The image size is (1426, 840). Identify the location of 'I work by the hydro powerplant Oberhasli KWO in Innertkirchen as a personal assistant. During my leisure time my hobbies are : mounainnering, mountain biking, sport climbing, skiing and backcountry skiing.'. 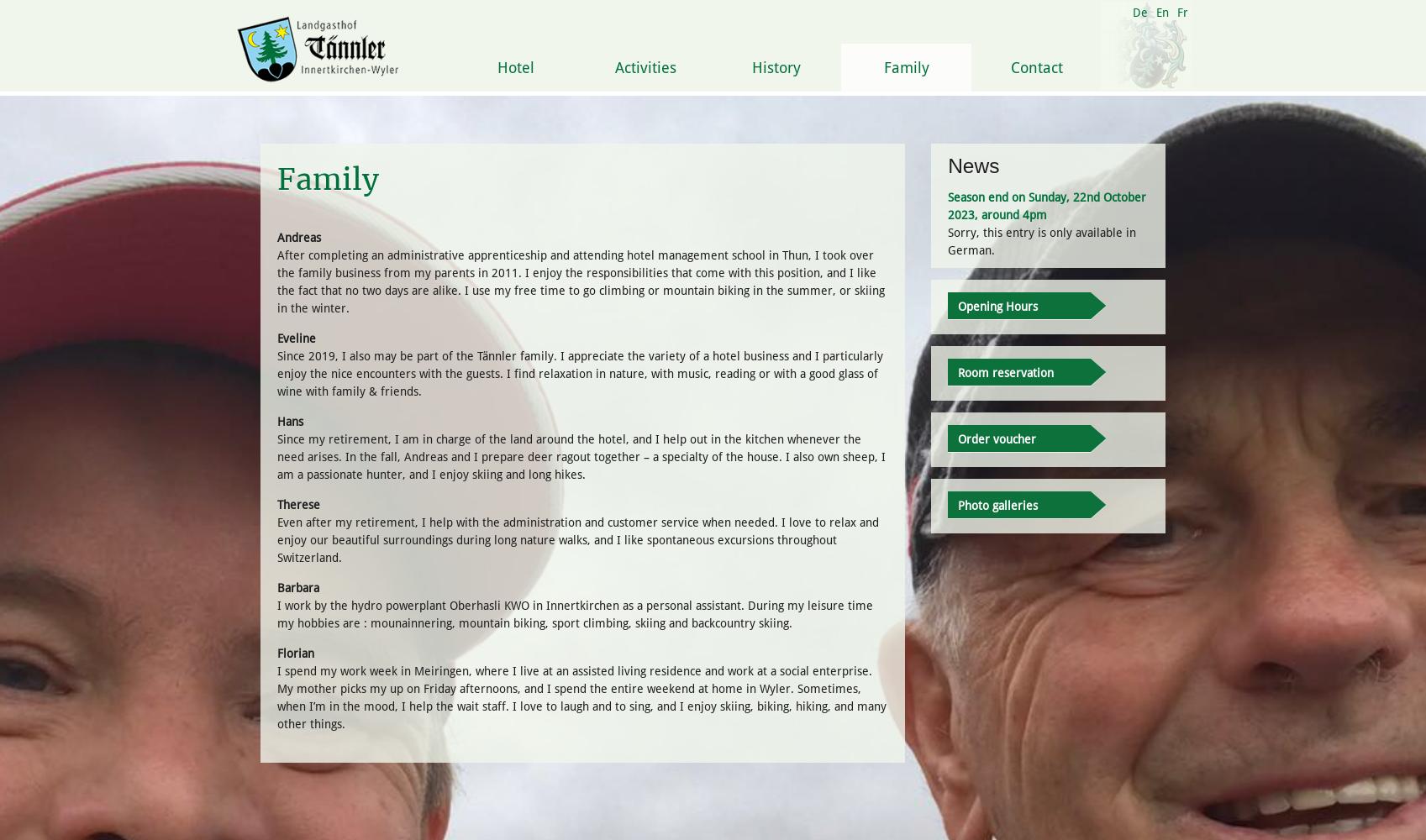
(574, 612).